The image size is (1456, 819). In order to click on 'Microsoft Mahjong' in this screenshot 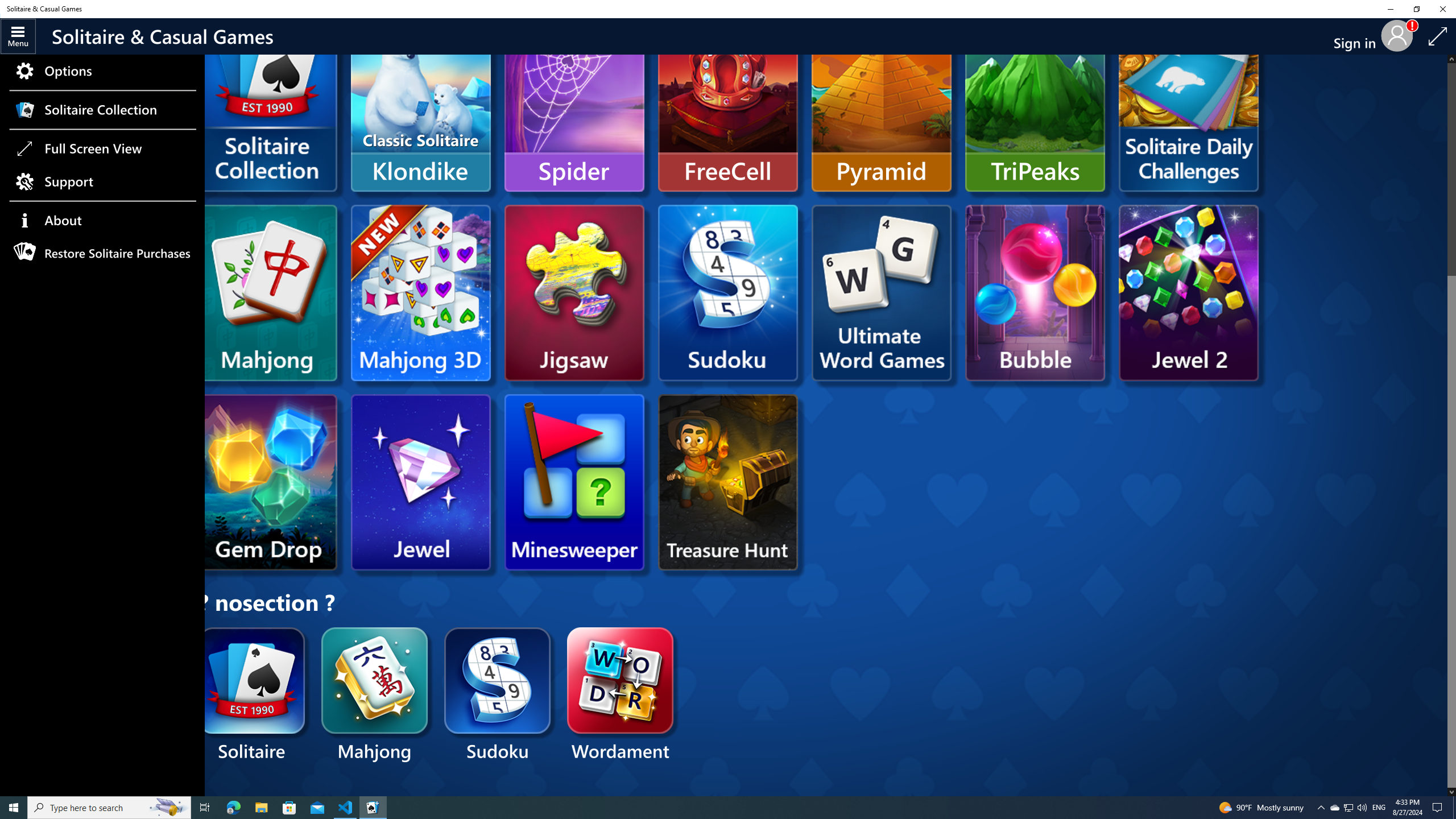, I will do `click(271, 292)`.